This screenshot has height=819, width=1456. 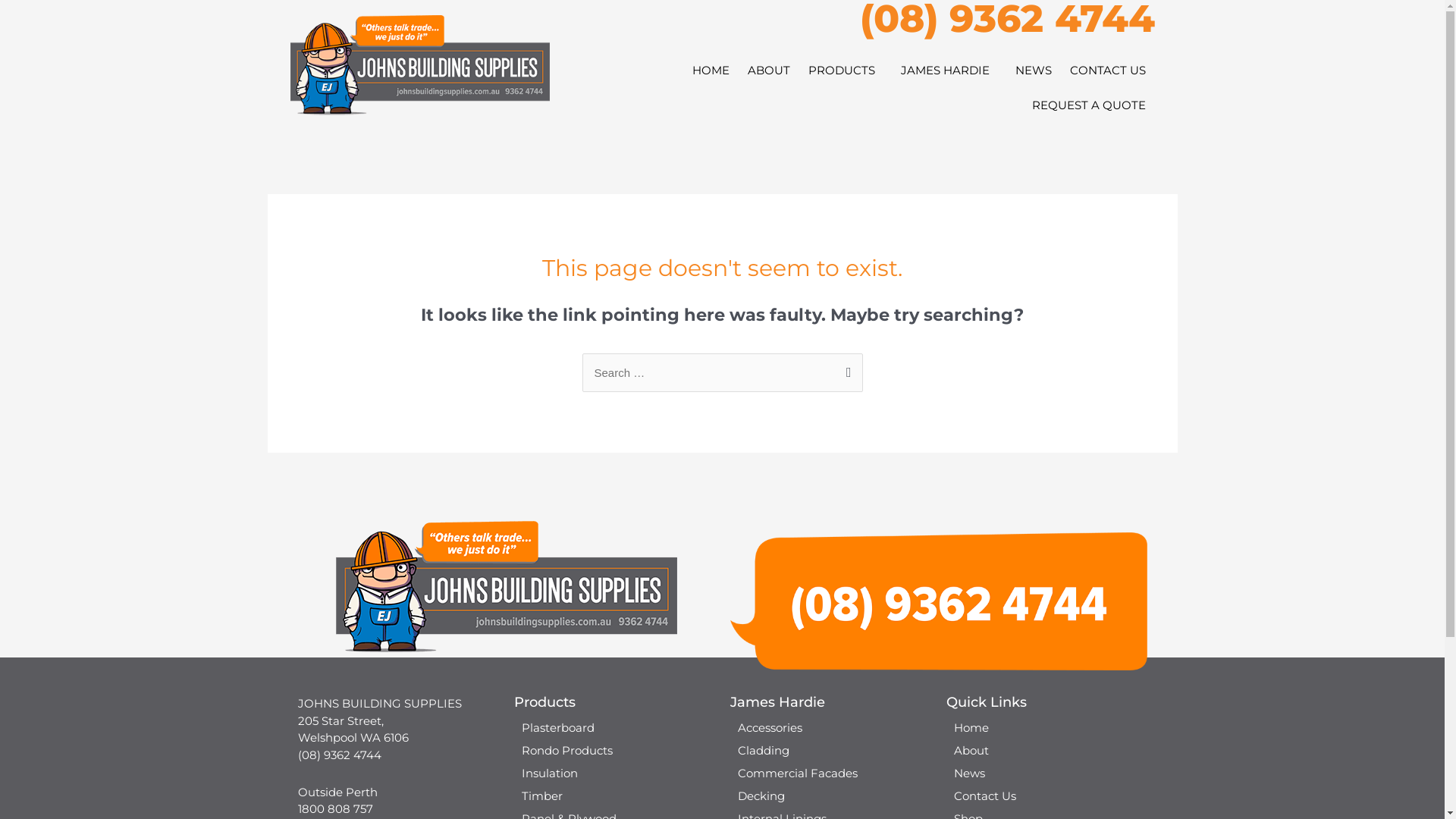 What do you see at coordinates (1046, 773) in the screenshot?
I see `'News'` at bounding box center [1046, 773].